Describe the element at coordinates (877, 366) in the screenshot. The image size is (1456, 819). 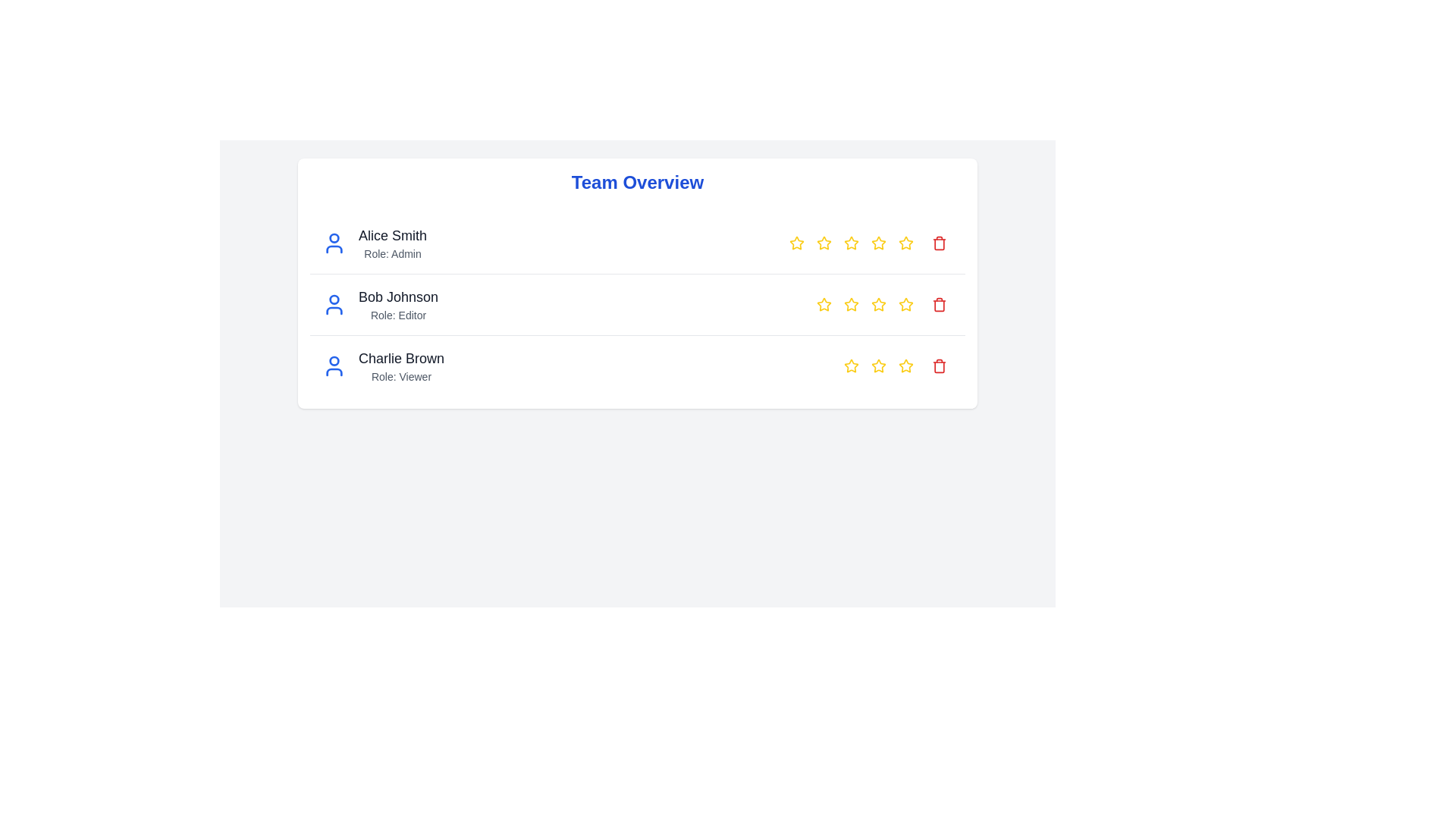
I see `the third yellow star icon in the rating group associated with 'Charlie Brown' in the 'Team Overview' table to rate` at that location.